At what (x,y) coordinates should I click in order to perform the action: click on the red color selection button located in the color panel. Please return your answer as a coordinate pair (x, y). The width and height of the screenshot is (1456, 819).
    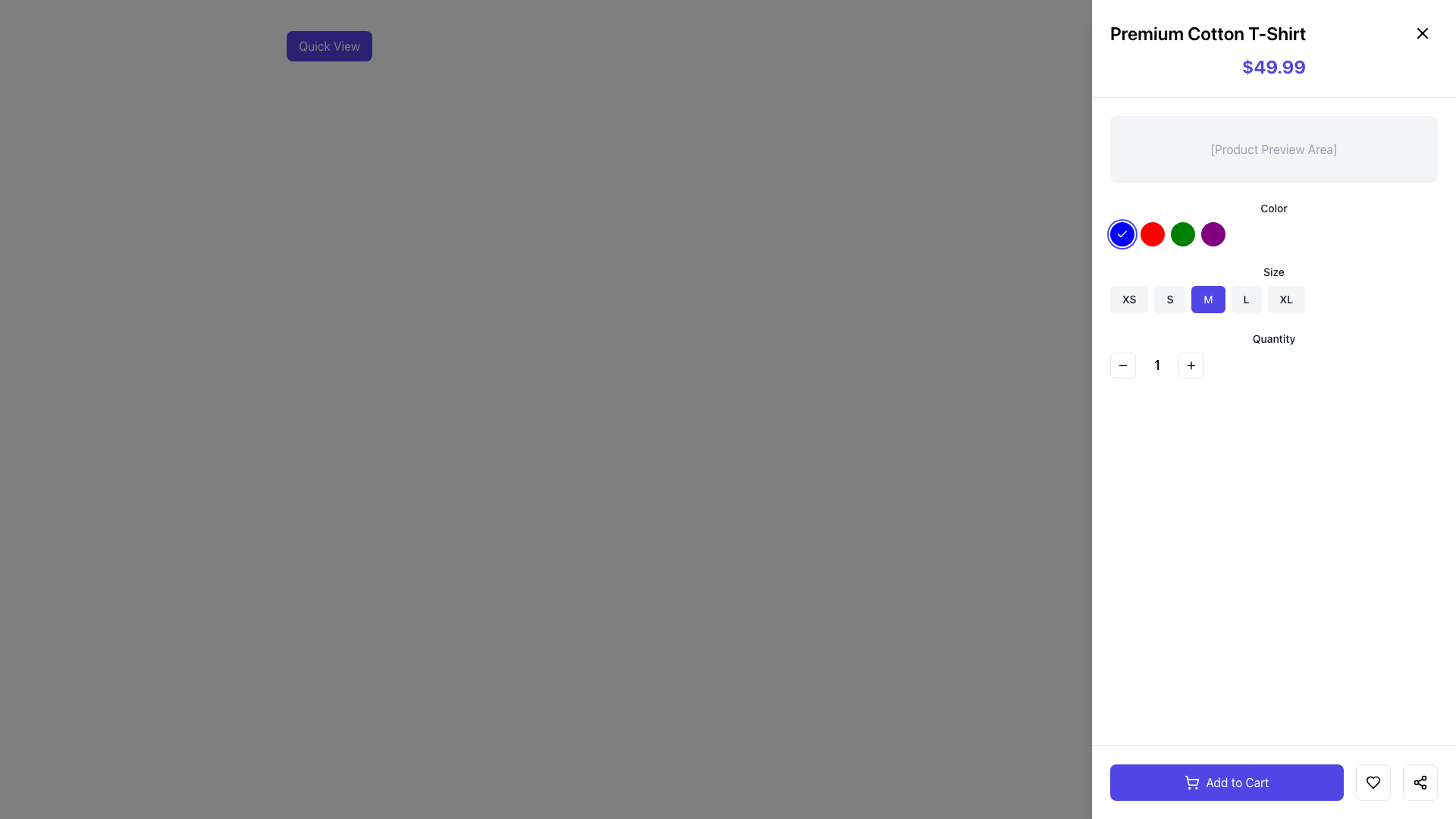
    Looking at the image, I should click on (1153, 234).